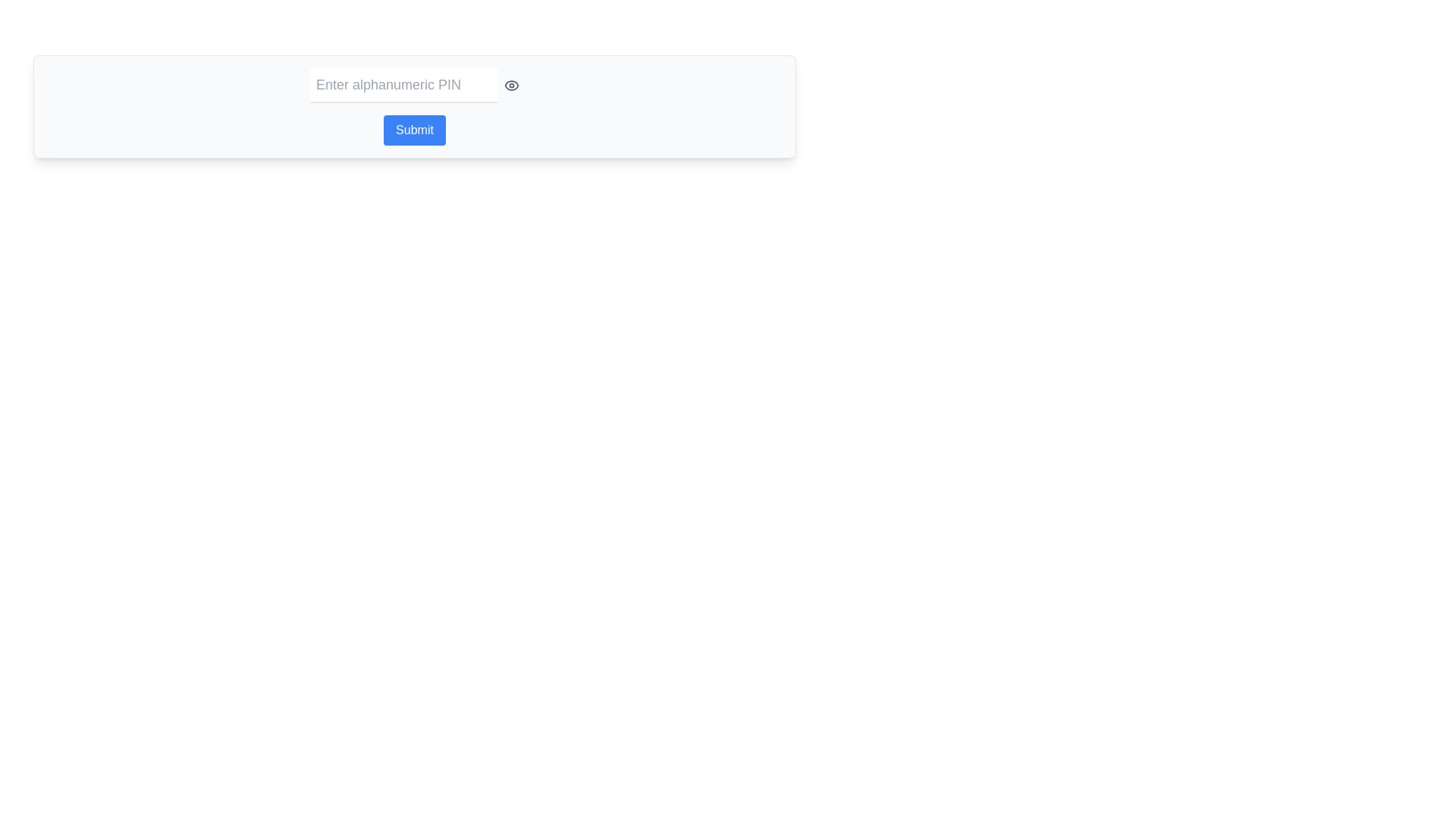 This screenshot has height=819, width=1456. I want to click on the Password input field, which is styled with a bottom border that changes to blue on focus and contains the placeholder text 'Enter alphanumeric PIN', to focus and begin input, so click(403, 85).